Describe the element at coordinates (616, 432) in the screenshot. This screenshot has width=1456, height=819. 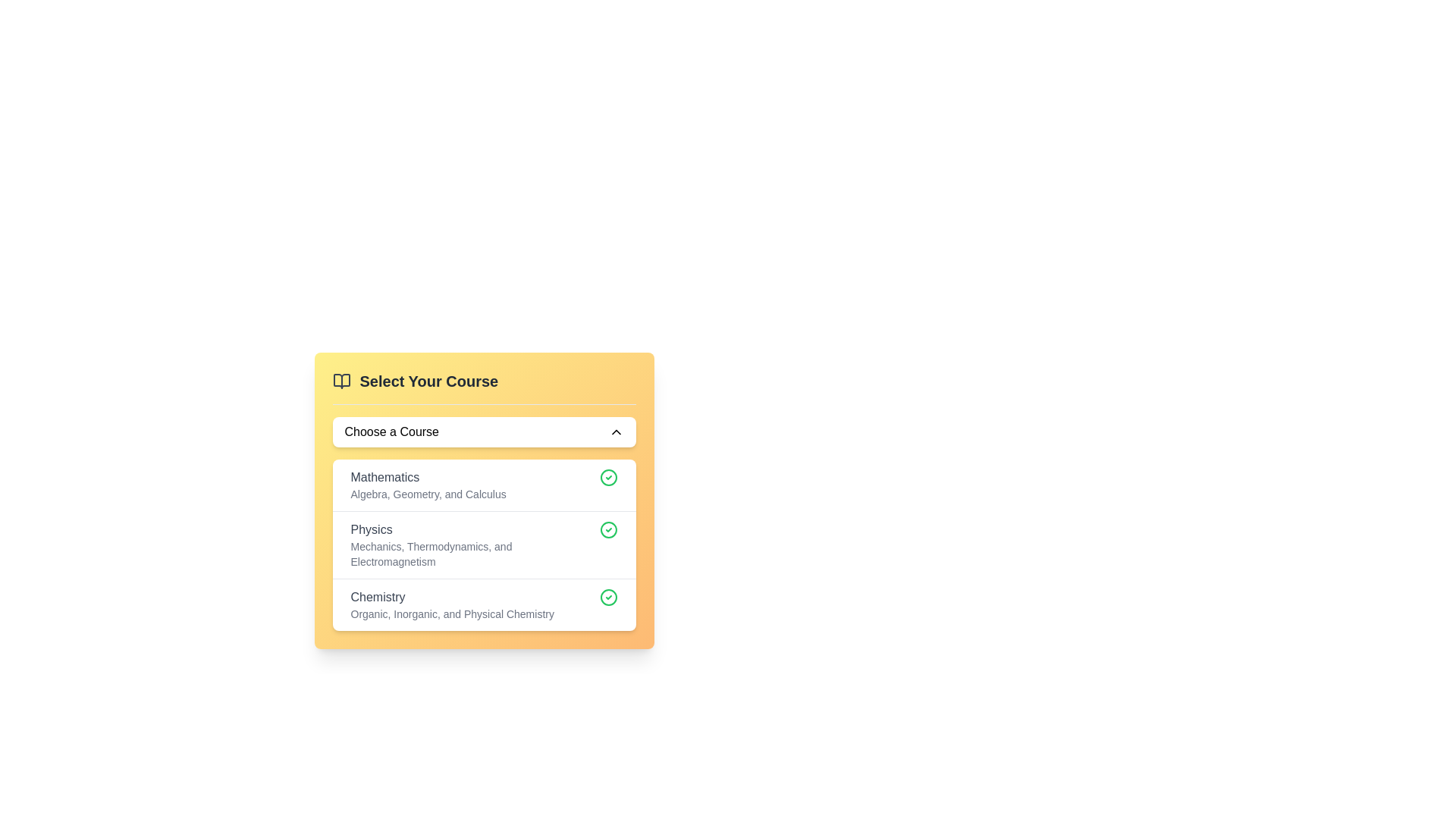
I see `the toggle icon` at that location.